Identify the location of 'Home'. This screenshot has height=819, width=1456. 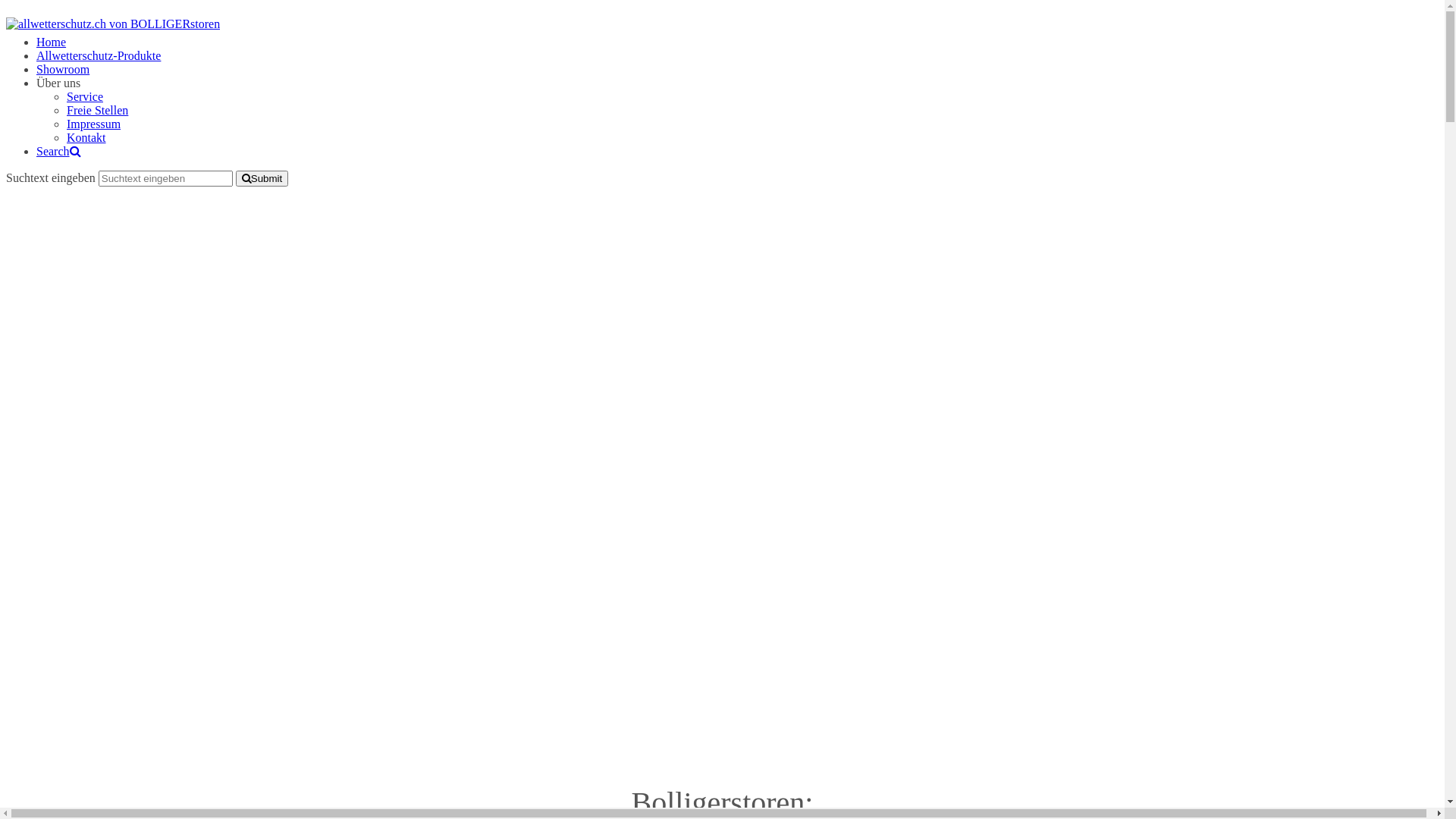
(36, 41).